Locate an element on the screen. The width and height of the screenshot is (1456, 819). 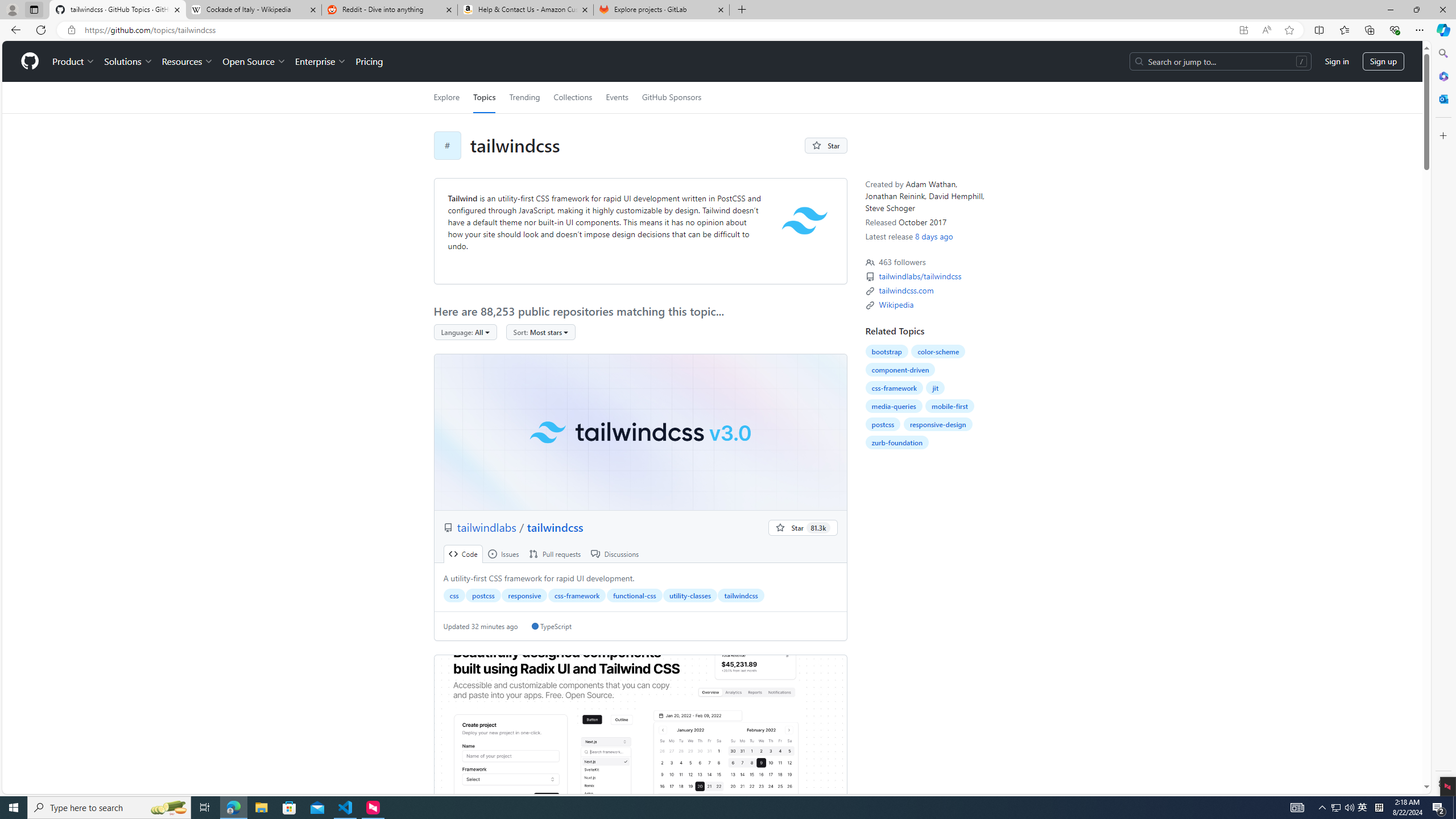
'css-framework' is located at coordinates (893, 387).